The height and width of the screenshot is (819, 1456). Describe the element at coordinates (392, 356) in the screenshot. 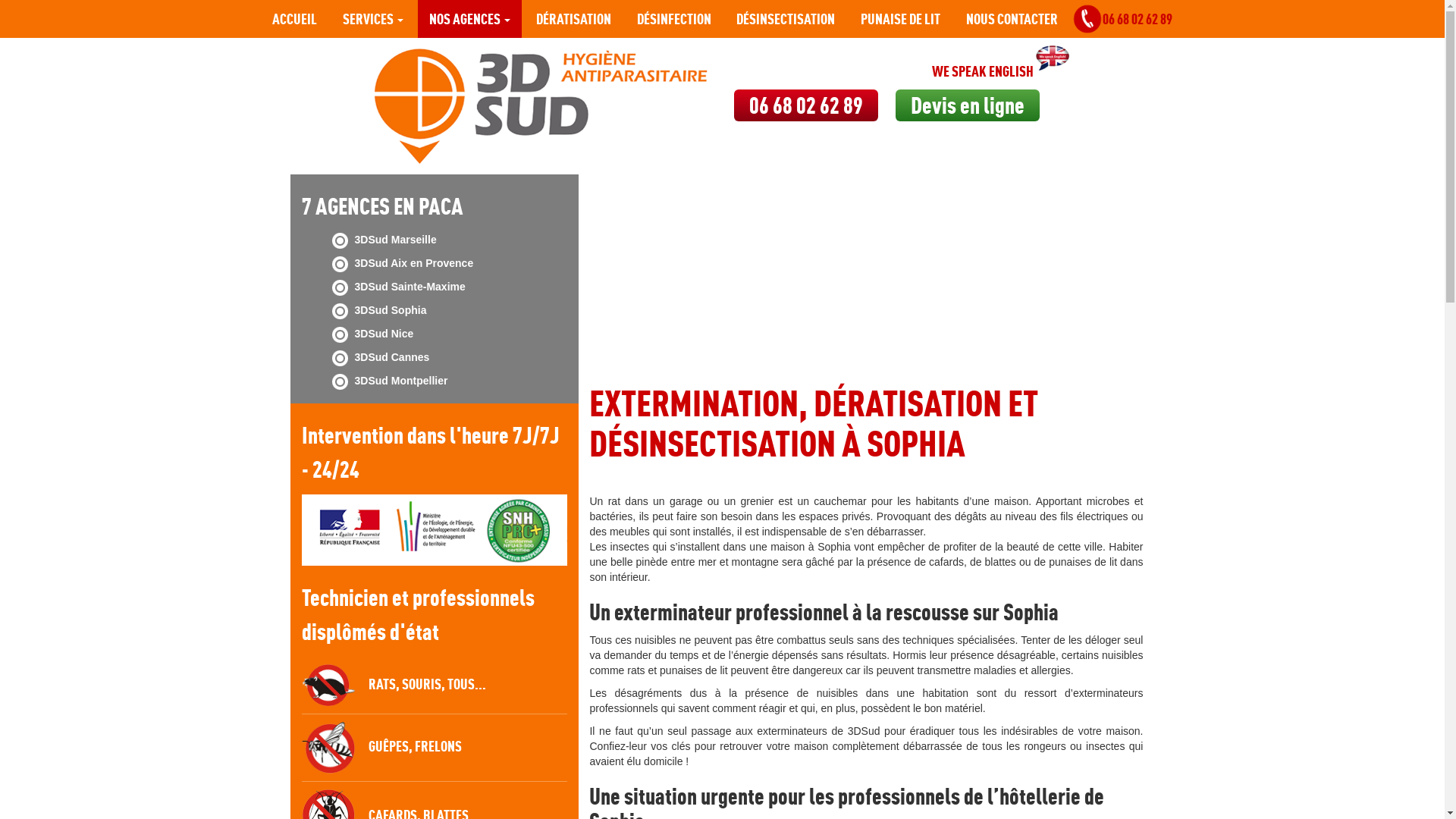

I see `'3DSud Cannes'` at that location.